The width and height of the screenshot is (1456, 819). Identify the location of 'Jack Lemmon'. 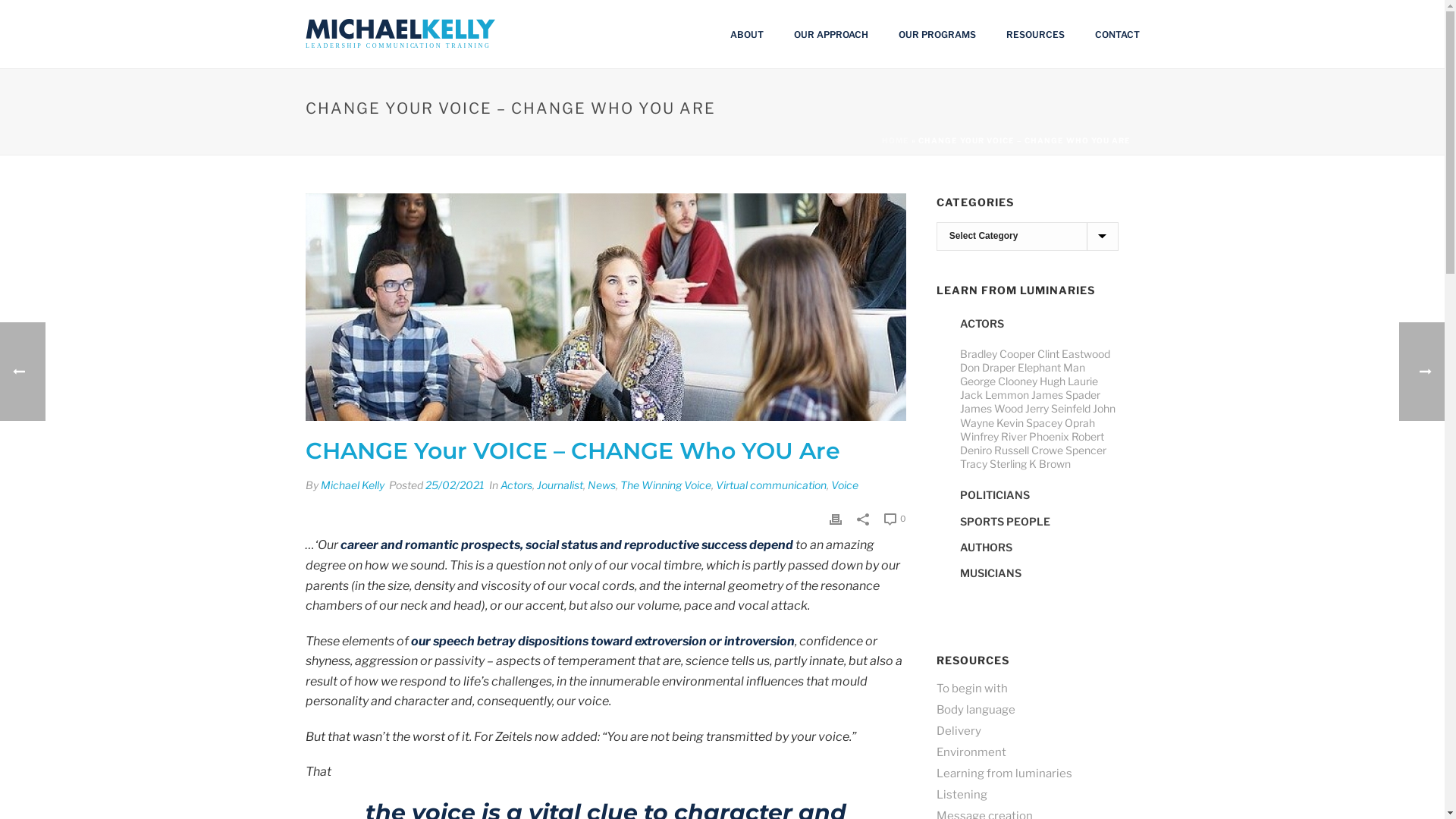
(994, 394).